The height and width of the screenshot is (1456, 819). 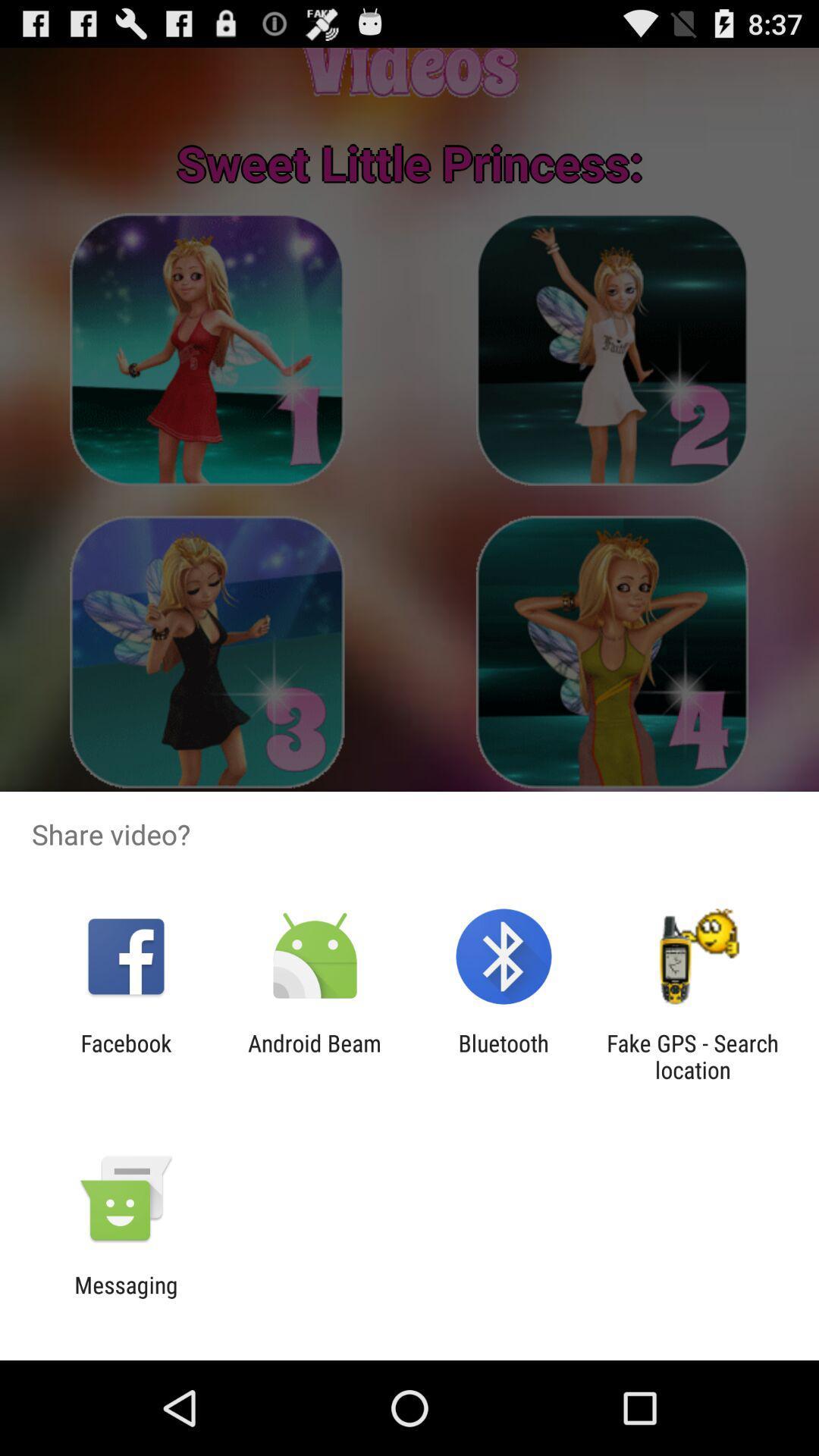 I want to click on facebook icon, so click(x=125, y=1056).